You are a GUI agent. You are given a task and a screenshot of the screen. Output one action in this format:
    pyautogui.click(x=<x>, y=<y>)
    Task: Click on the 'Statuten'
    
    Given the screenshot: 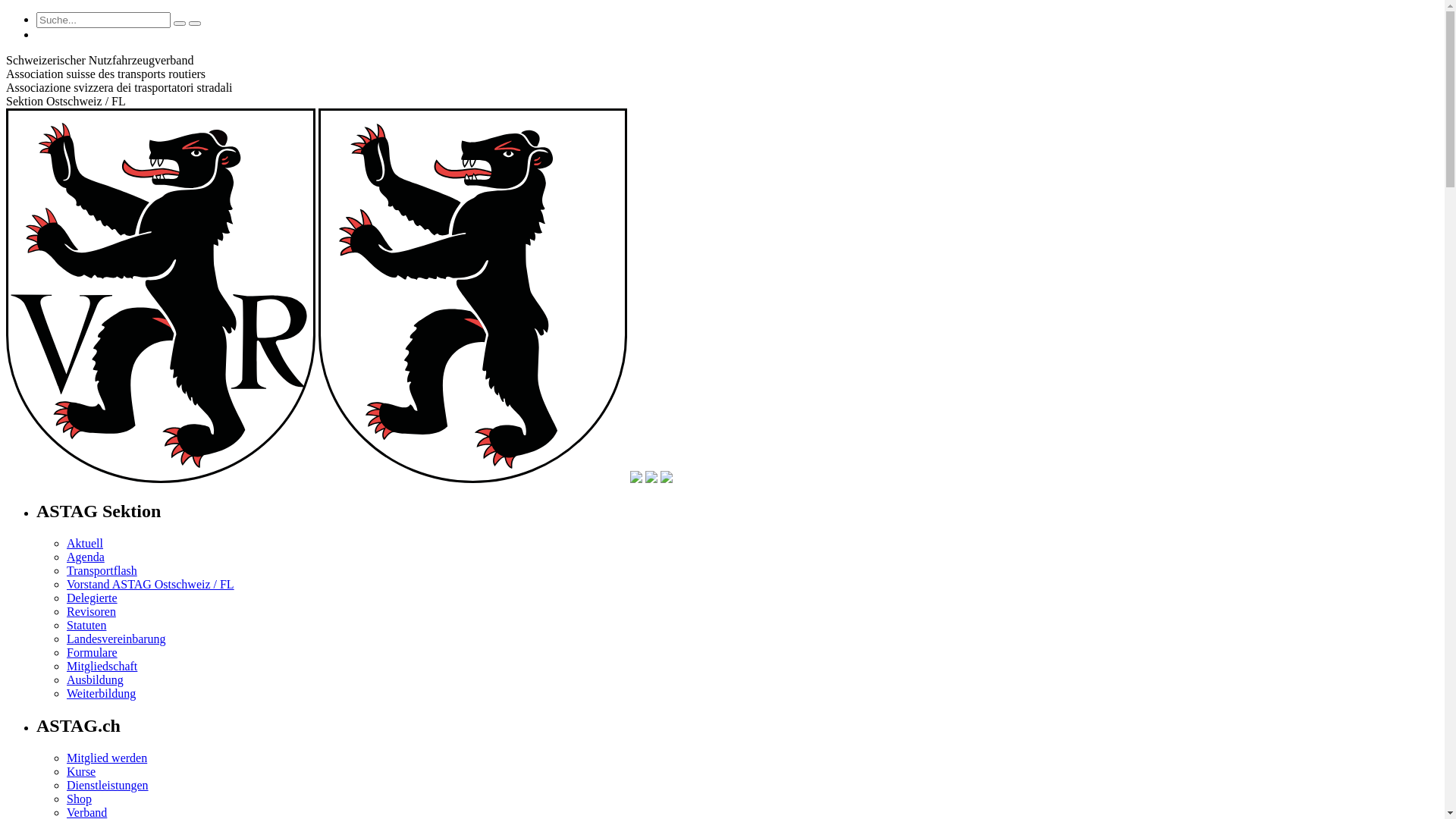 What is the action you would take?
    pyautogui.click(x=86, y=625)
    